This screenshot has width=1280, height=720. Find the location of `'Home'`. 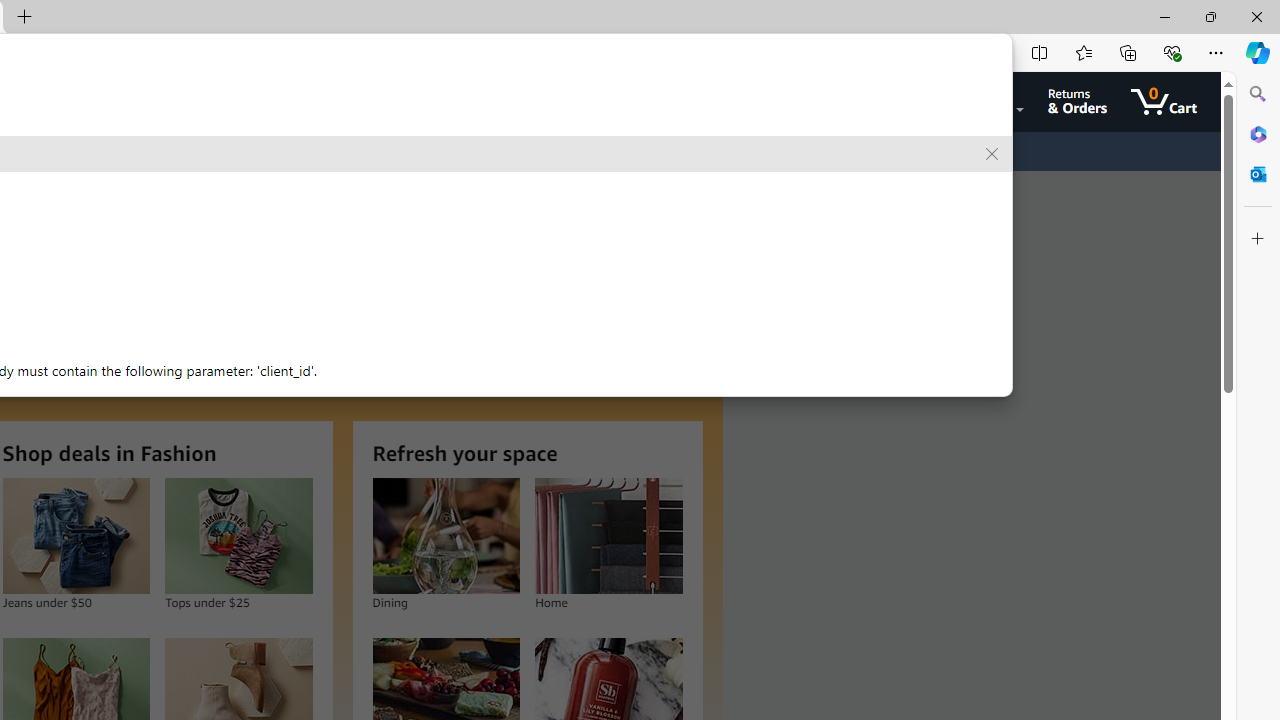

'Home' is located at coordinates (607, 535).